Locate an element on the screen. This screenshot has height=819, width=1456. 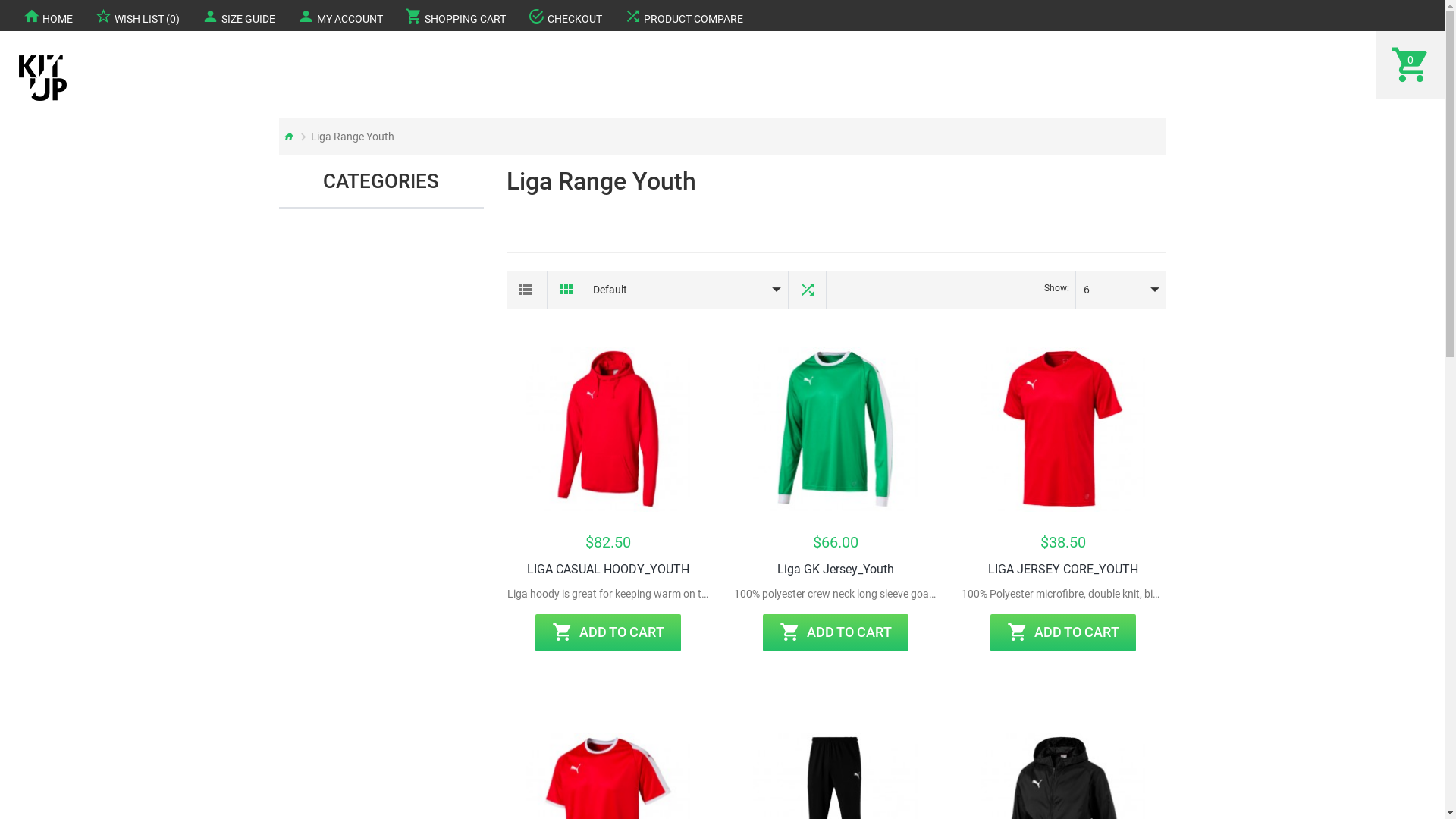
'PRODUCT COMPARE' is located at coordinates (682, 15).